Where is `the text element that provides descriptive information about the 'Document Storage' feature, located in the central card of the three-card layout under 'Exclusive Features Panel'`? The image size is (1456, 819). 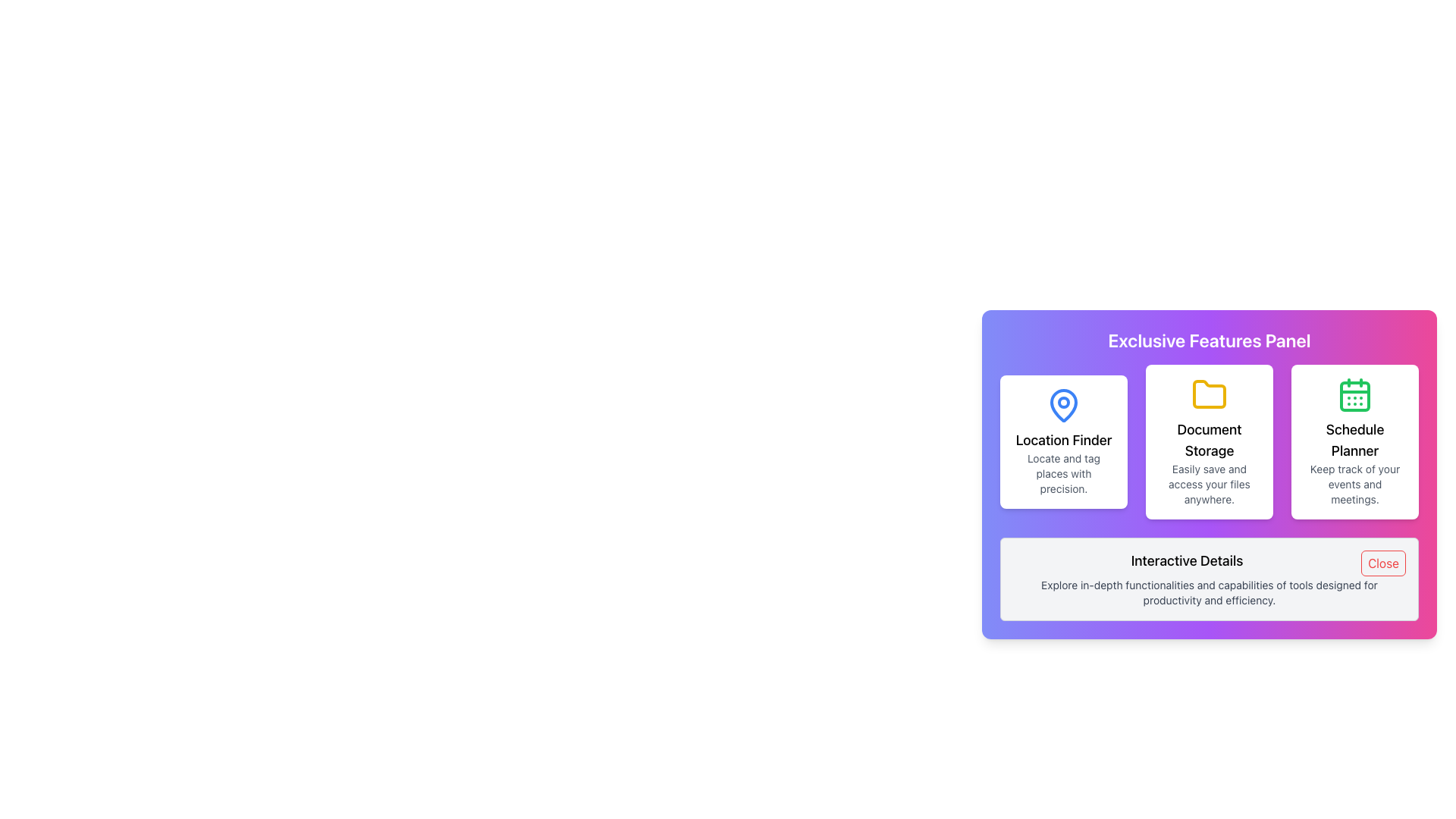 the text element that provides descriptive information about the 'Document Storage' feature, located in the central card of the three-card layout under 'Exclusive Features Panel' is located at coordinates (1208, 485).